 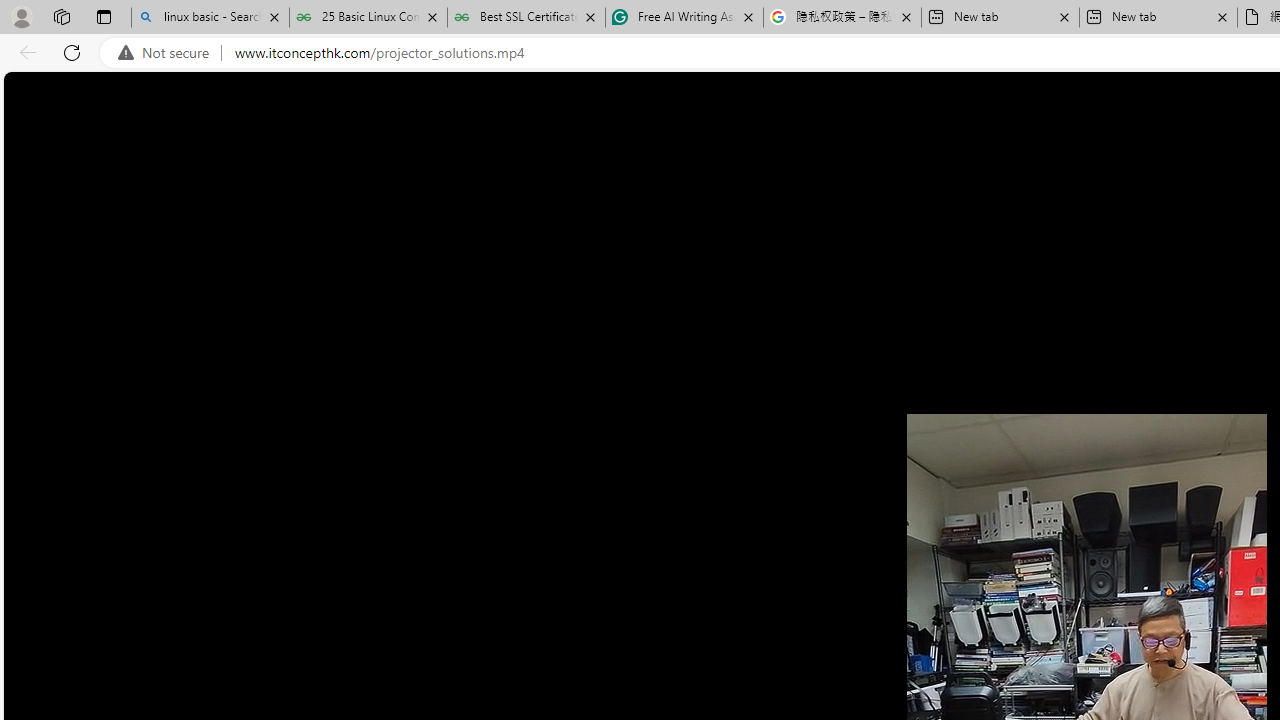 What do you see at coordinates (526, 17) in the screenshot?
I see `'Best SSL Certificates Provider in India - GeeksforGeeks'` at bounding box center [526, 17].